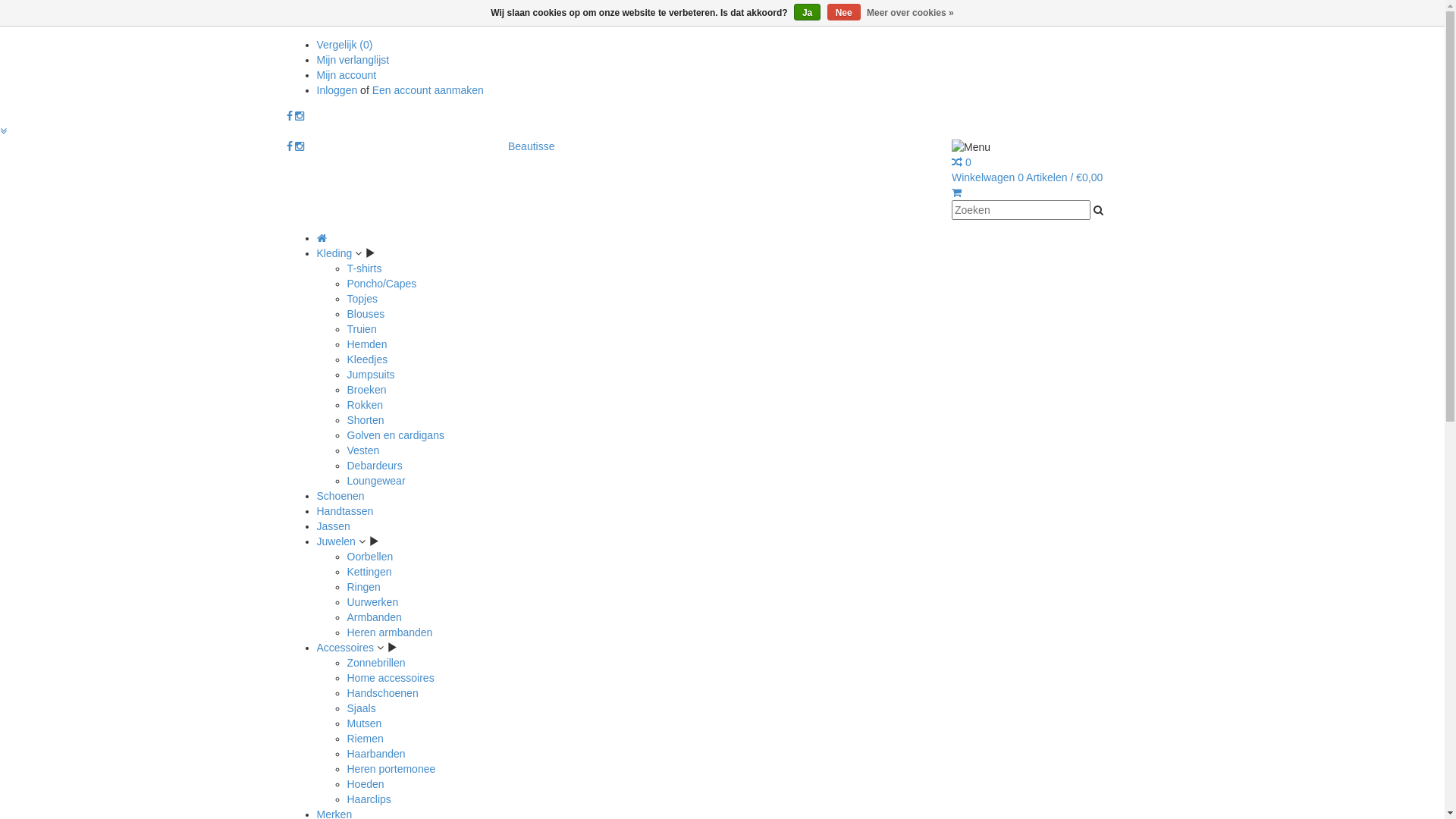  What do you see at coordinates (333, 526) in the screenshot?
I see `'Jassen'` at bounding box center [333, 526].